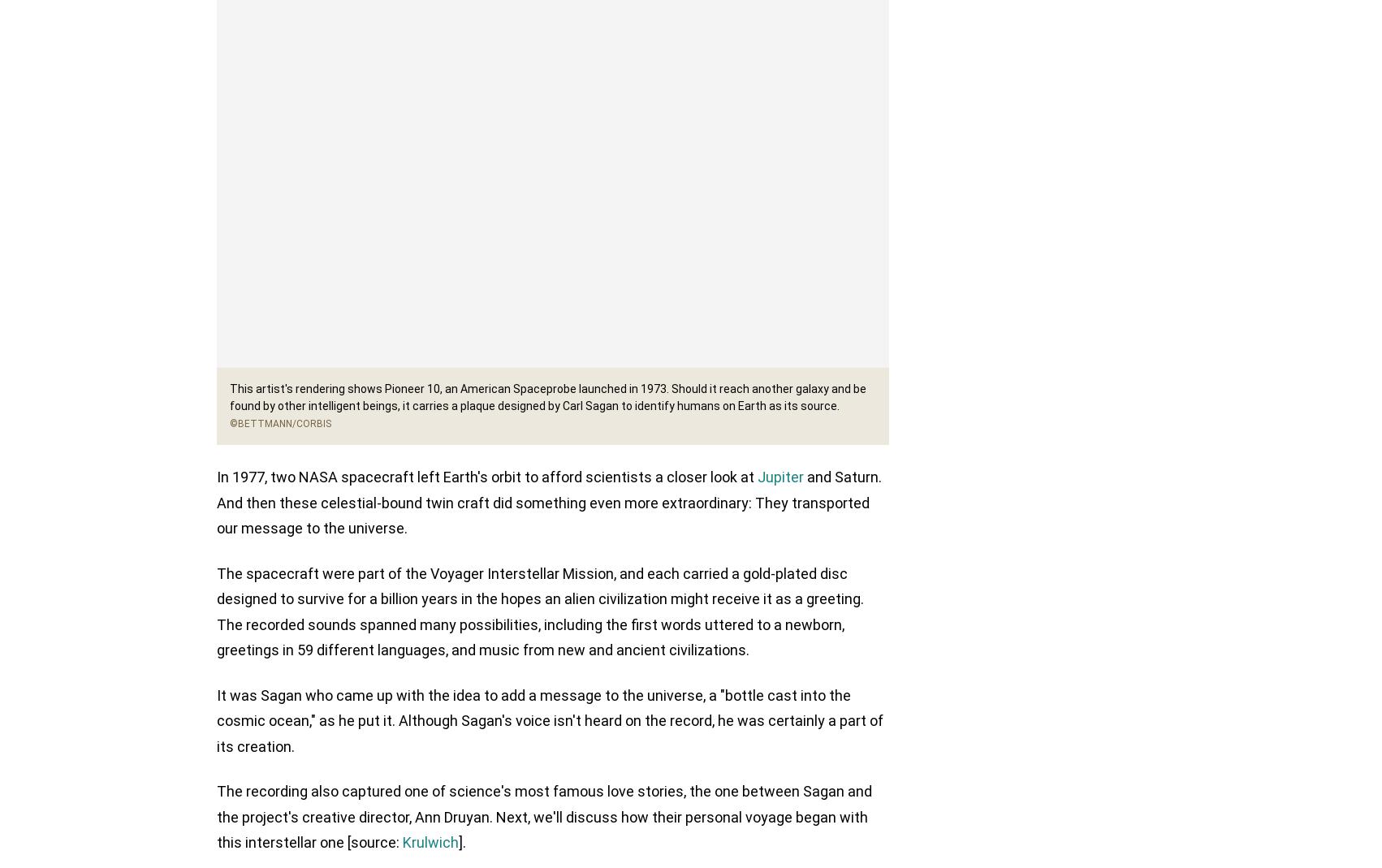  I want to click on 'Krulwich', so click(430, 844).